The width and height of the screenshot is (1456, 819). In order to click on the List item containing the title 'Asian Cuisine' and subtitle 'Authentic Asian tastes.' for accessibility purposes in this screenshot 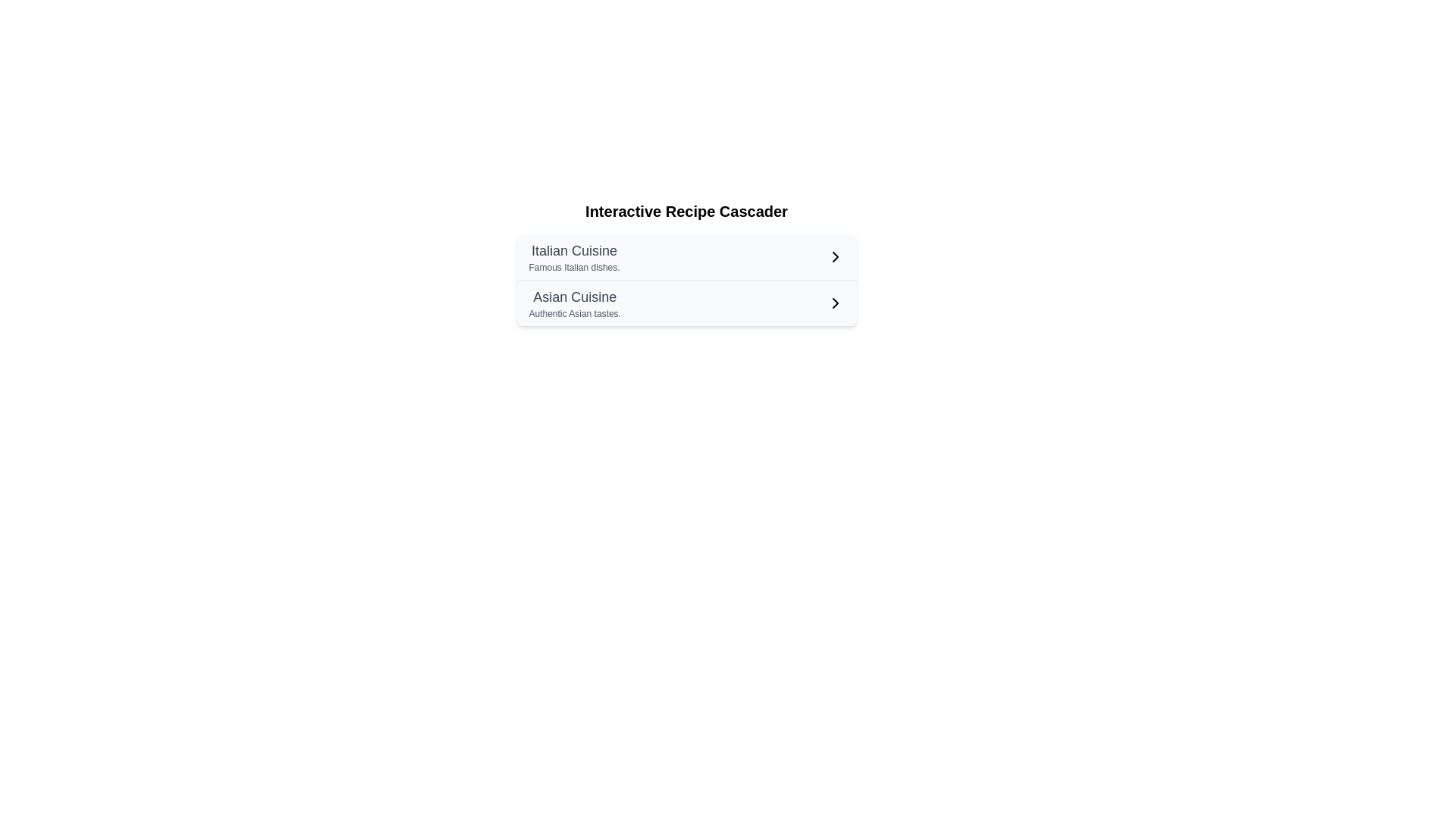, I will do `click(686, 303)`.